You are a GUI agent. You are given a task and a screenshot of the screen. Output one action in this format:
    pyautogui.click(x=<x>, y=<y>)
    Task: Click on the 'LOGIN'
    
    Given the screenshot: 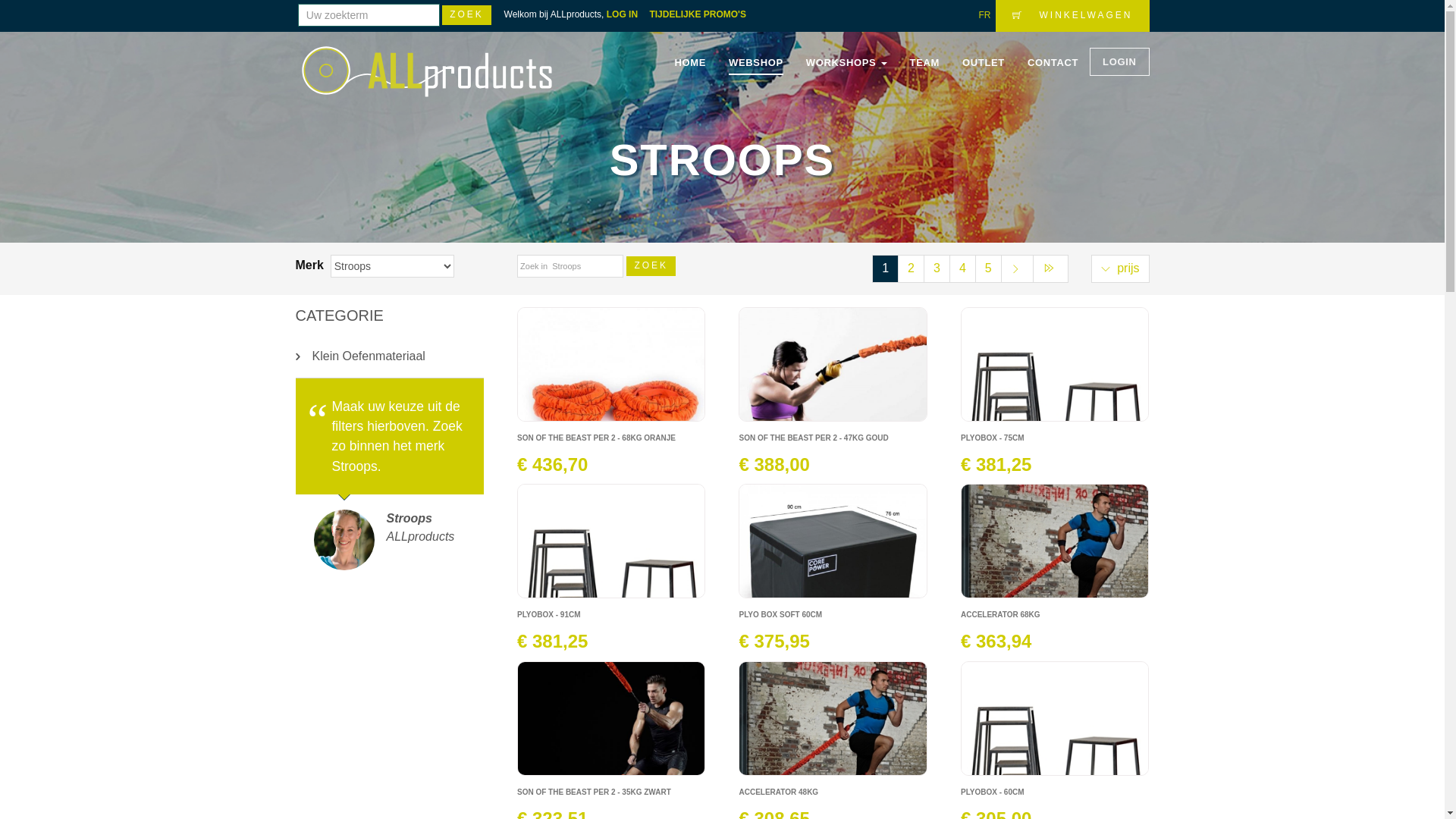 What is the action you would take?
    pyautogui.click(x=1119, y=61)
    